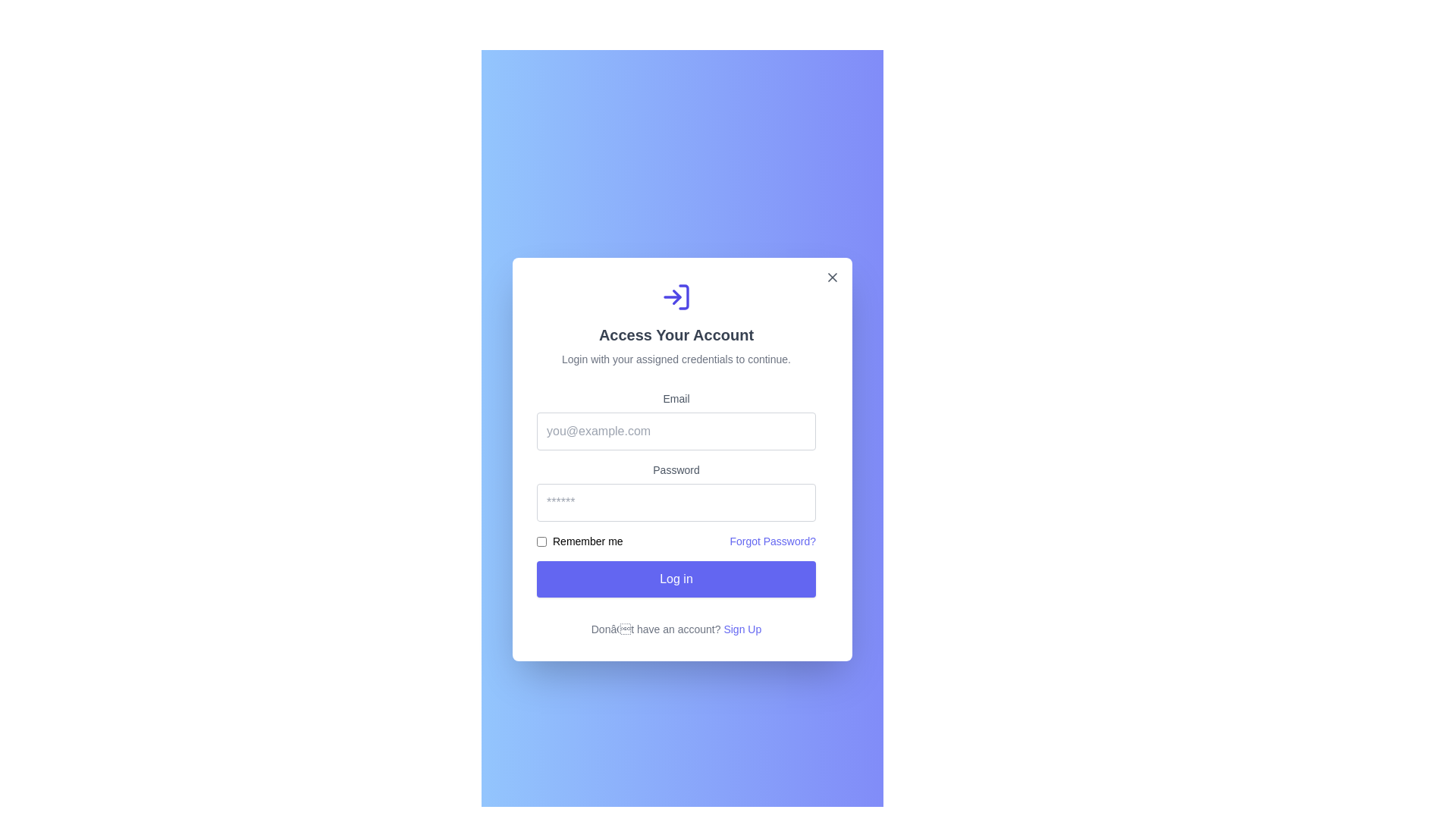 This screenshot has height=819, width=1456. What do you see at coordinates (683, 297) in the screenshot?
I see `the decorative line icon element located at the rightmost part of the login icon above the 'Access Your Account' text` at bounding box center [683, 297].